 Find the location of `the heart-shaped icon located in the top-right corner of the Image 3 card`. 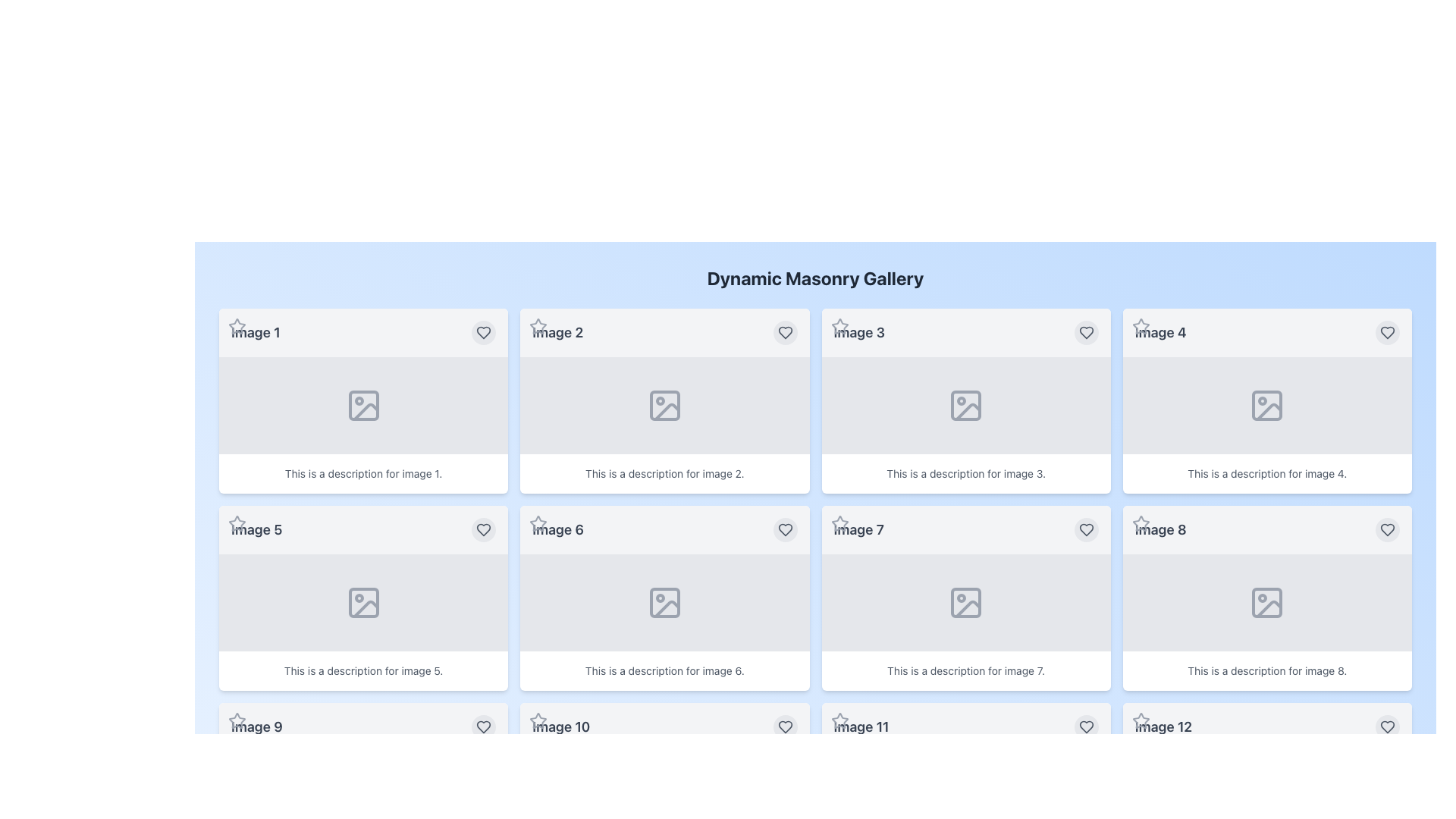

the heart-shaped icon located in the top-right corner of the Image 3 card is located at coordinates (1085, 332).